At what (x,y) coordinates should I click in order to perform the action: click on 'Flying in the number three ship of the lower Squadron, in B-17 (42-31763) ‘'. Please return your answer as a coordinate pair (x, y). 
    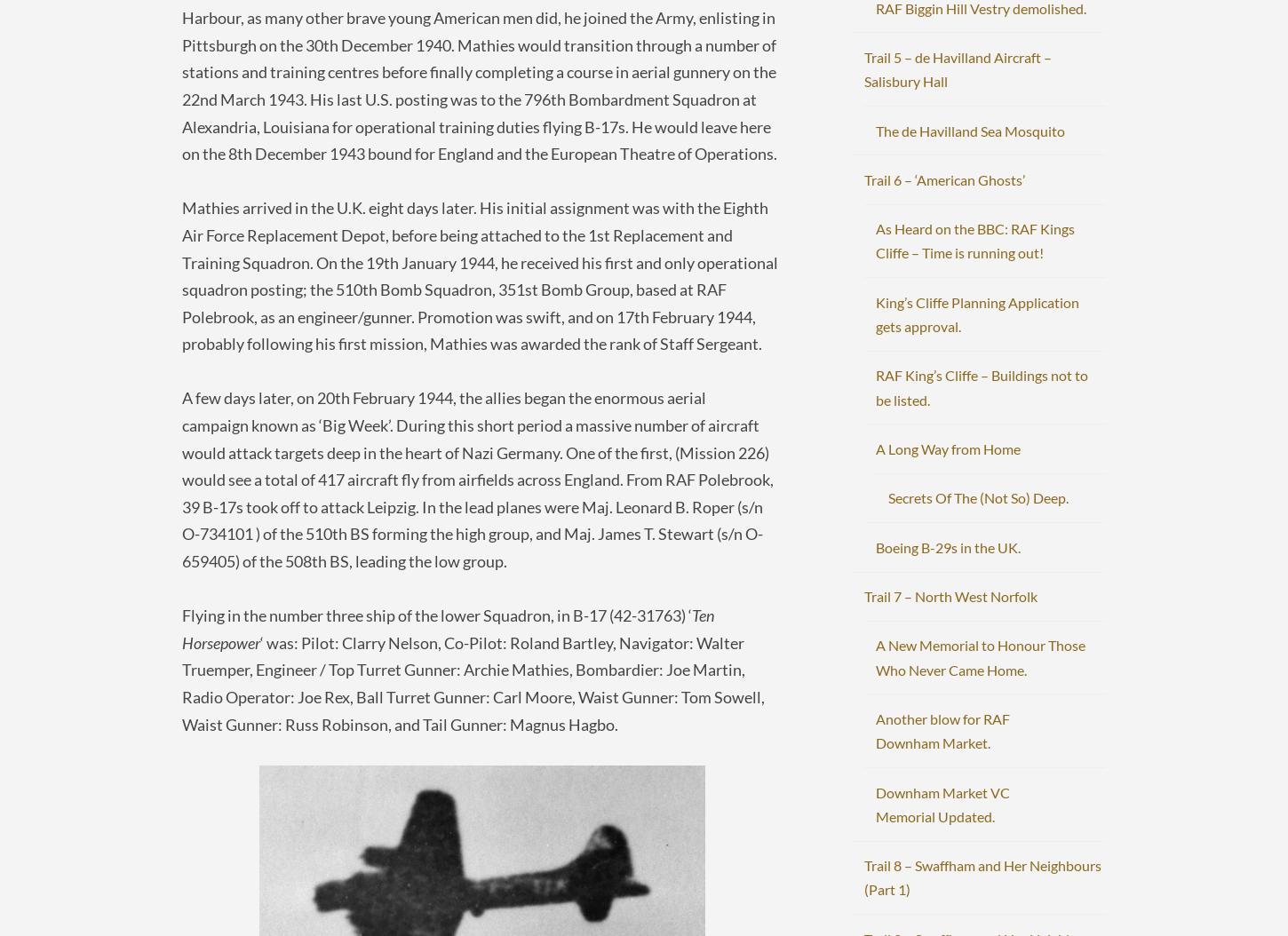
    Looking at the image, I should click on (436, 615).